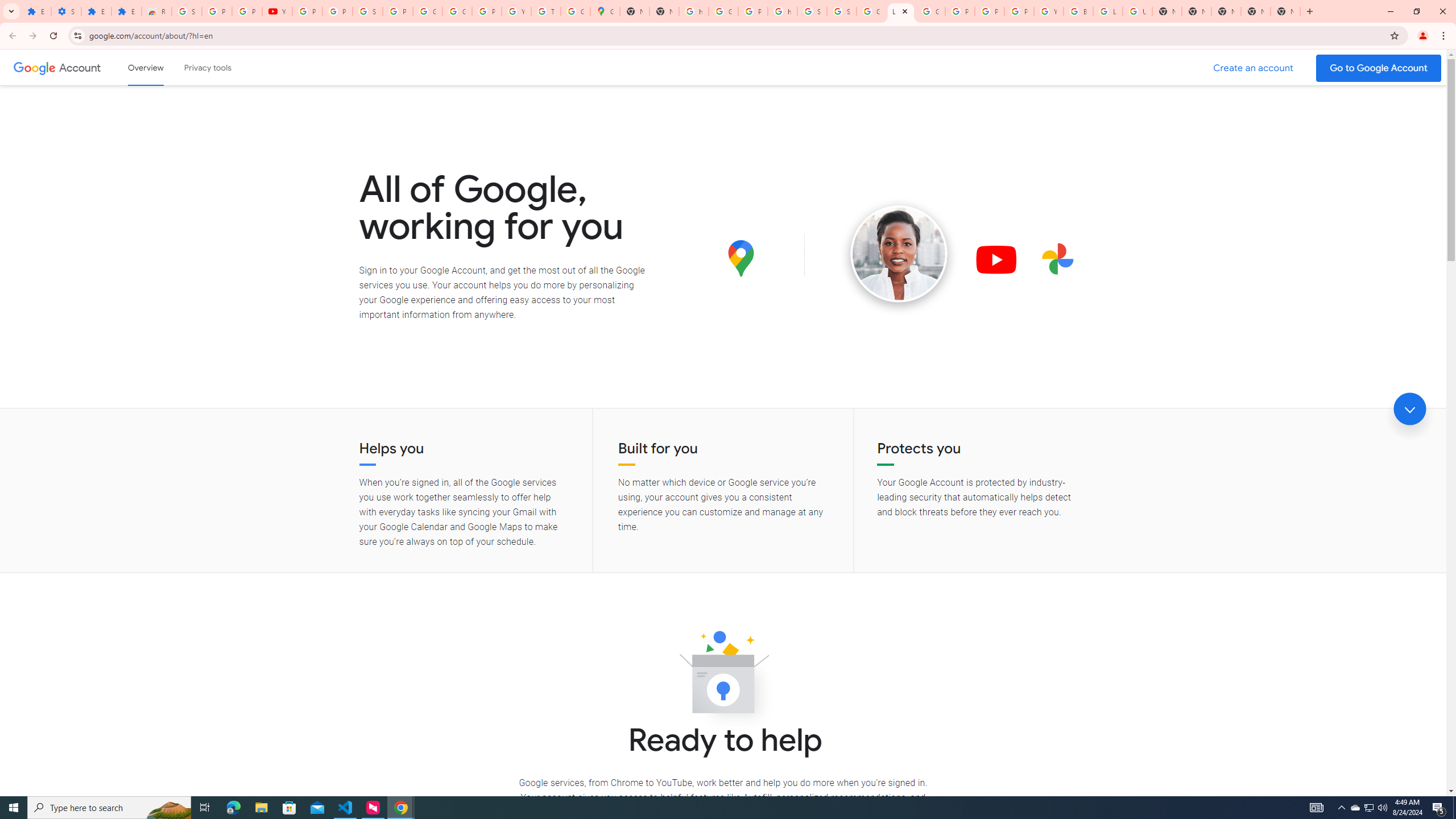  What do you see at coordinates (34, 67) in the screenshot?
I see `'Google logo'` at bounding box center [34, 67].